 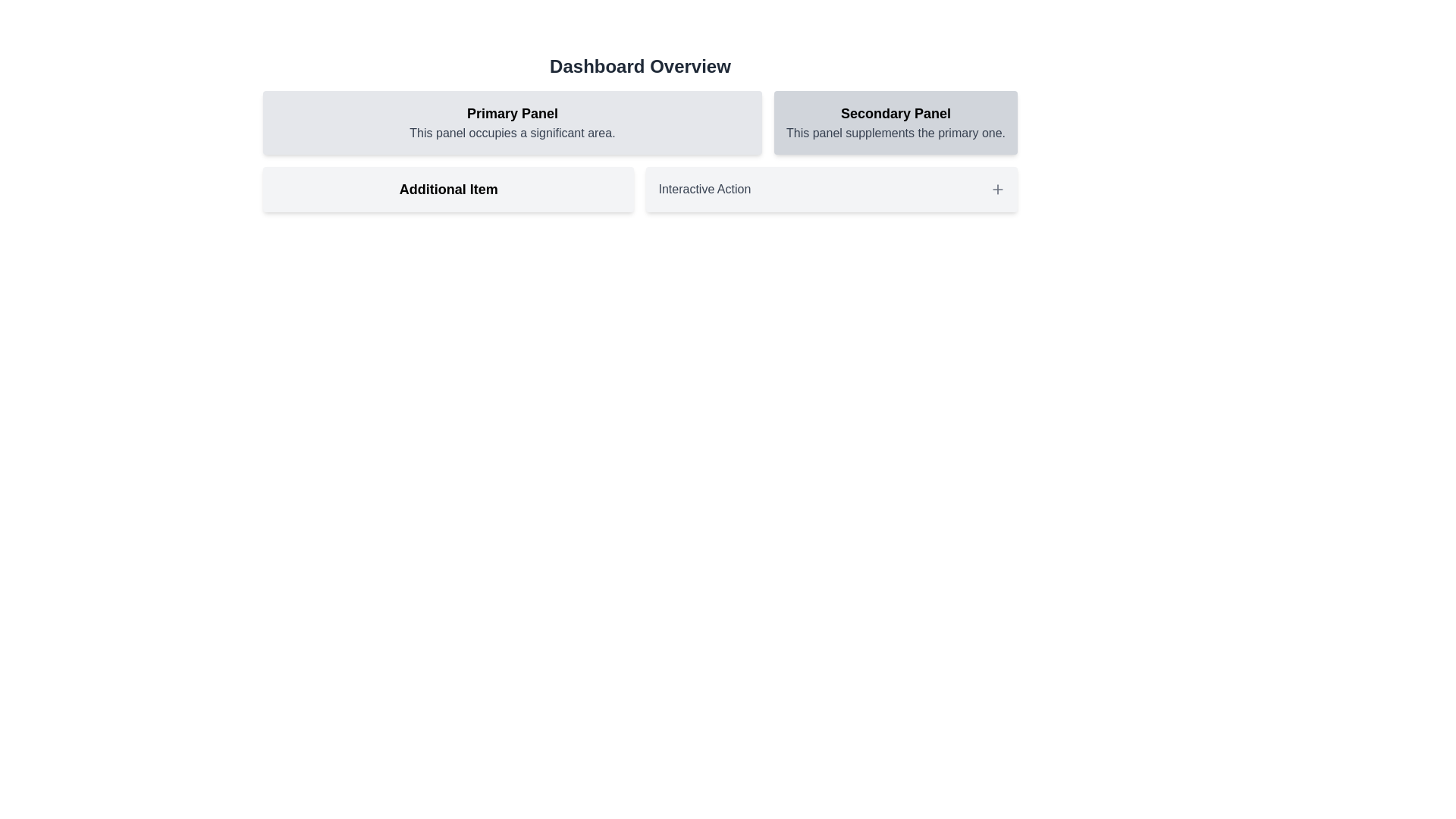 I want to click on the text label displaying 'This panel occupies a significant area.' which is located directly below the 'Primary Panel' header, so click(x=513, y=133).